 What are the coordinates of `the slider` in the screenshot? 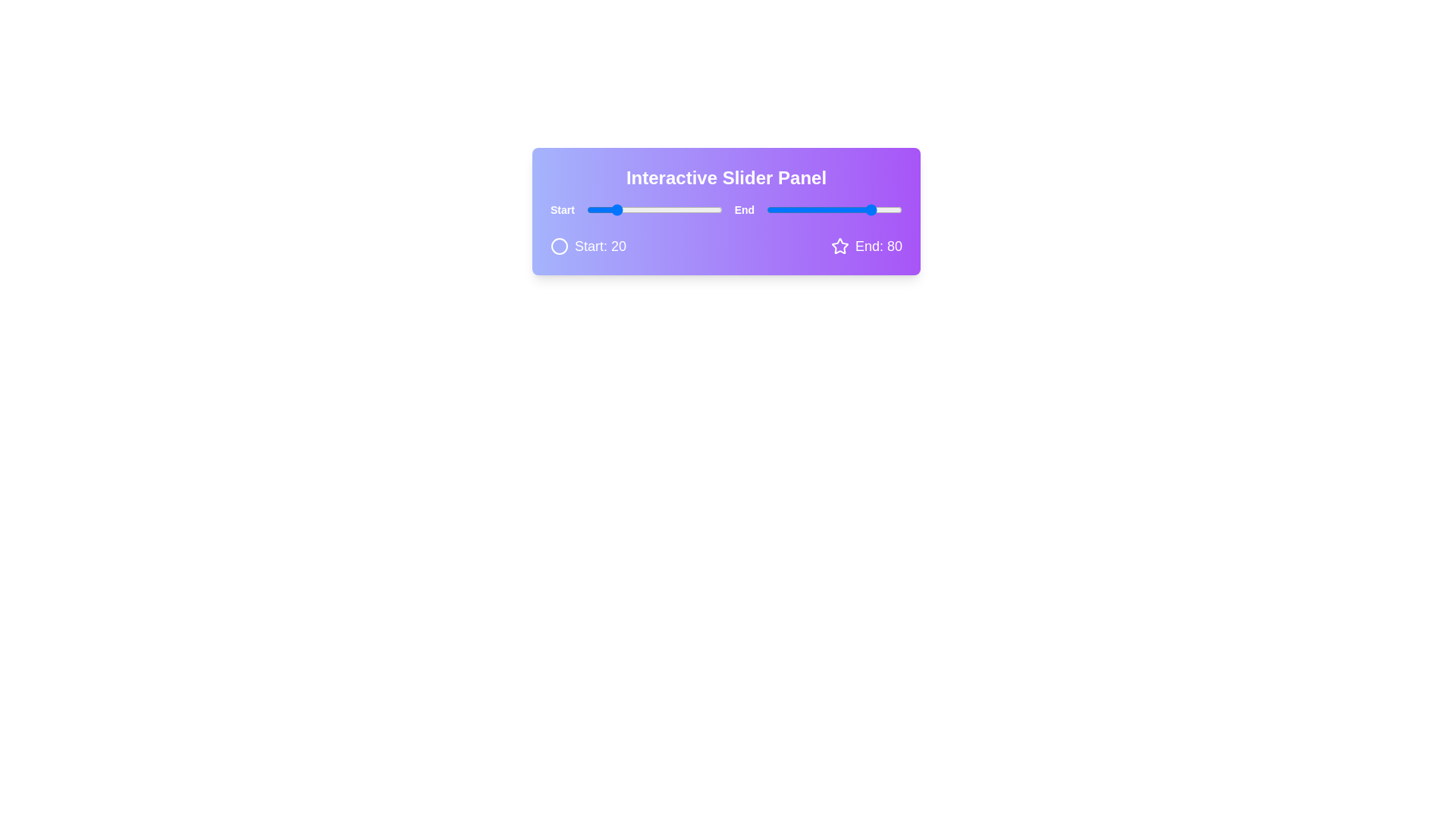 It's located at (846, 210).